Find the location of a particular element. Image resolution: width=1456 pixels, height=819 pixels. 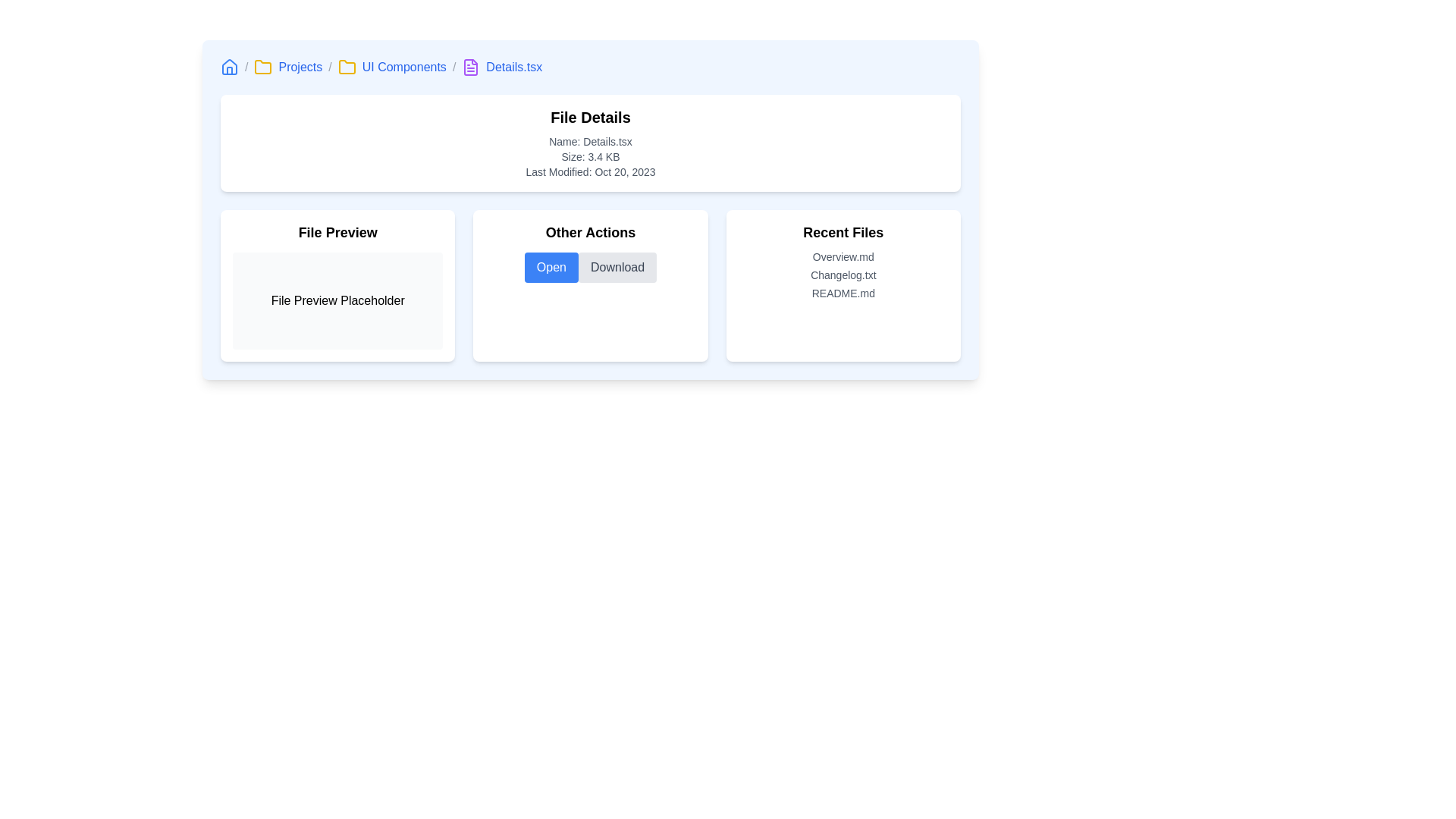

the text label displaying 'Last Modified: Oct 20, 2023' in the 'File Details' section, which is the last row below the 'Size' detail is located at coordinates (589, 171).